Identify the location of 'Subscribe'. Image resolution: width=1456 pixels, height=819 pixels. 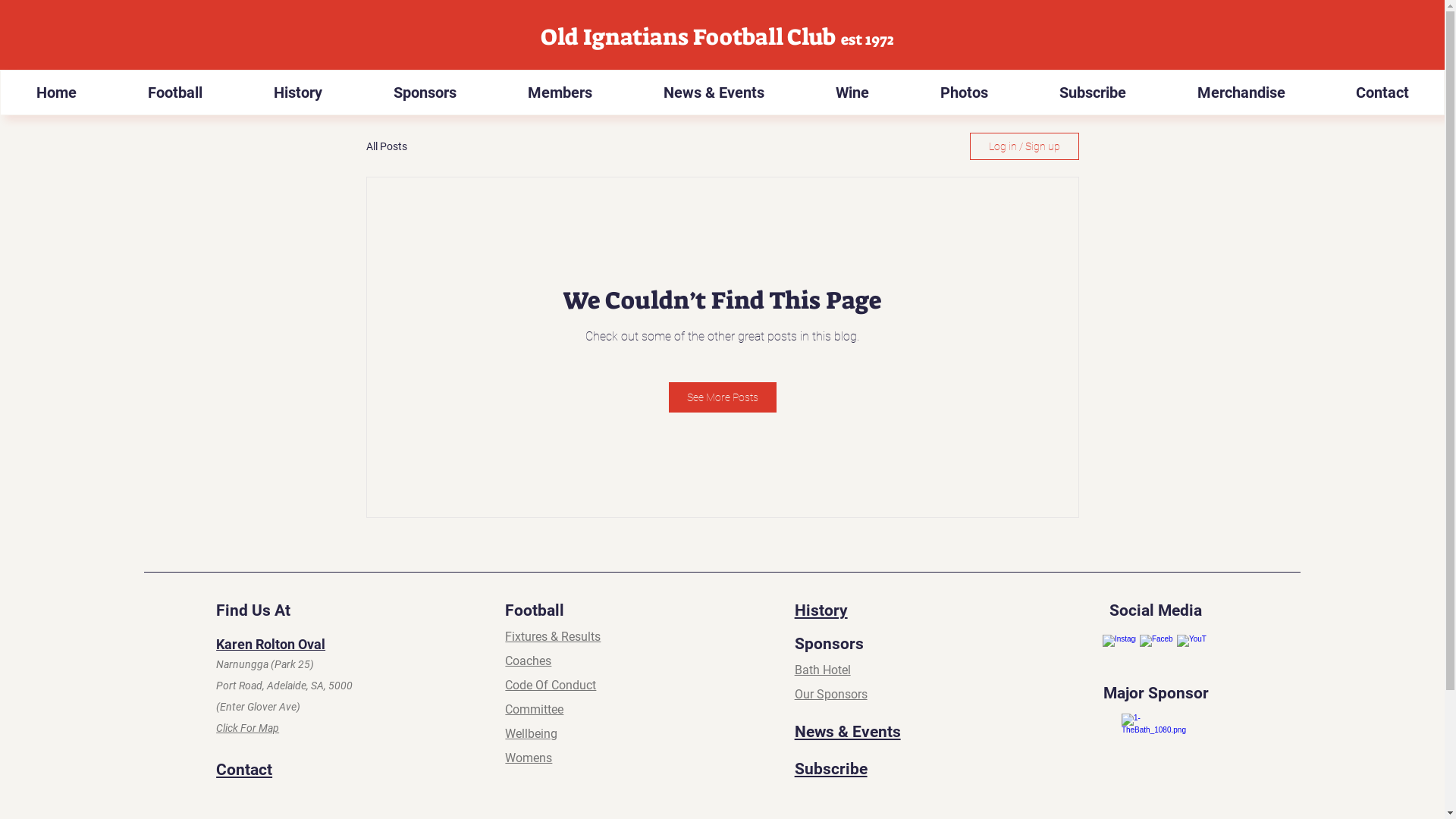
(1022, 93).